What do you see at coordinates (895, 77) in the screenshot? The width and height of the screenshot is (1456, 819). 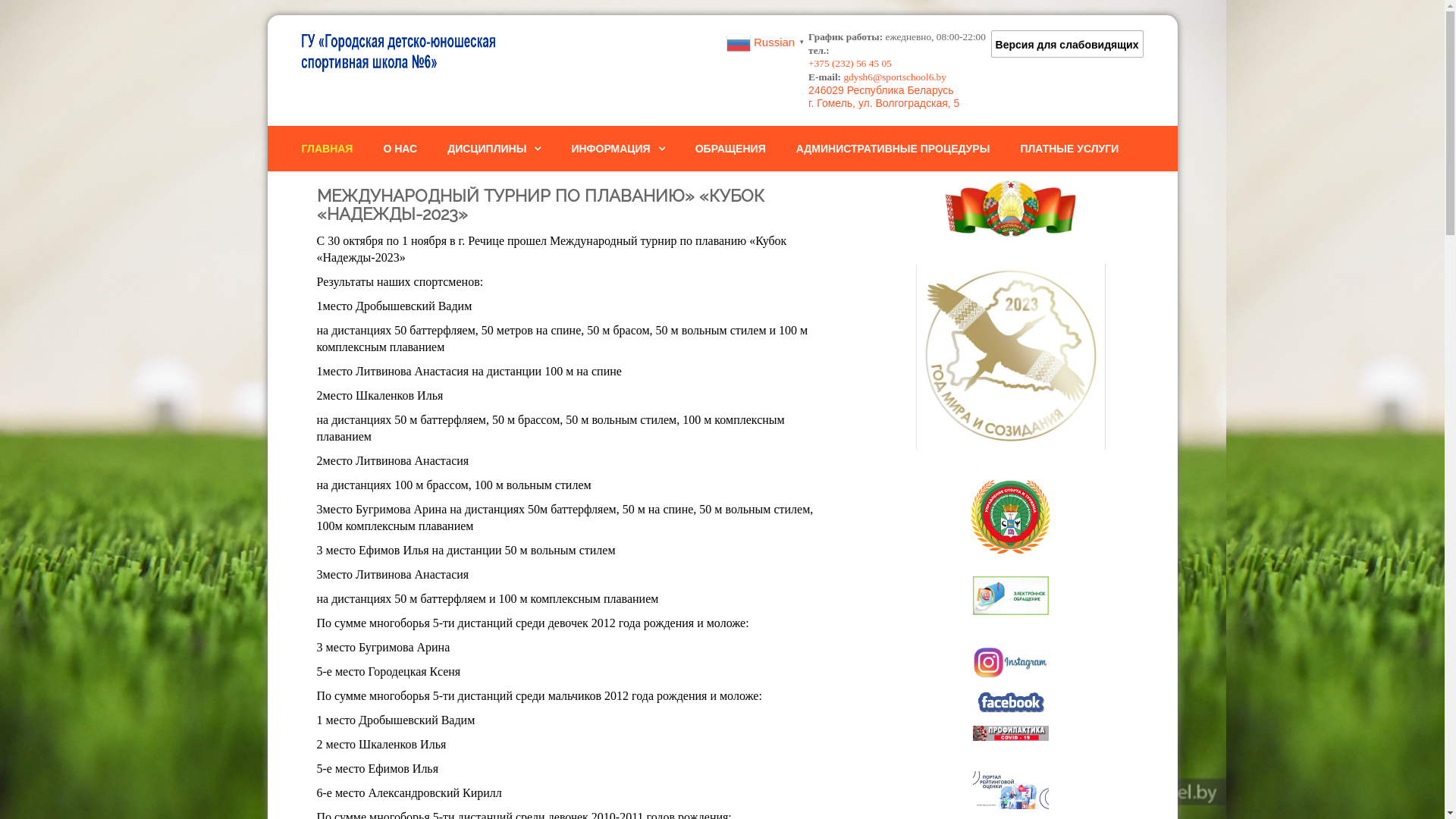 I see `'gdysh6@sportschool6.by'` at bounding box center [895, 77].